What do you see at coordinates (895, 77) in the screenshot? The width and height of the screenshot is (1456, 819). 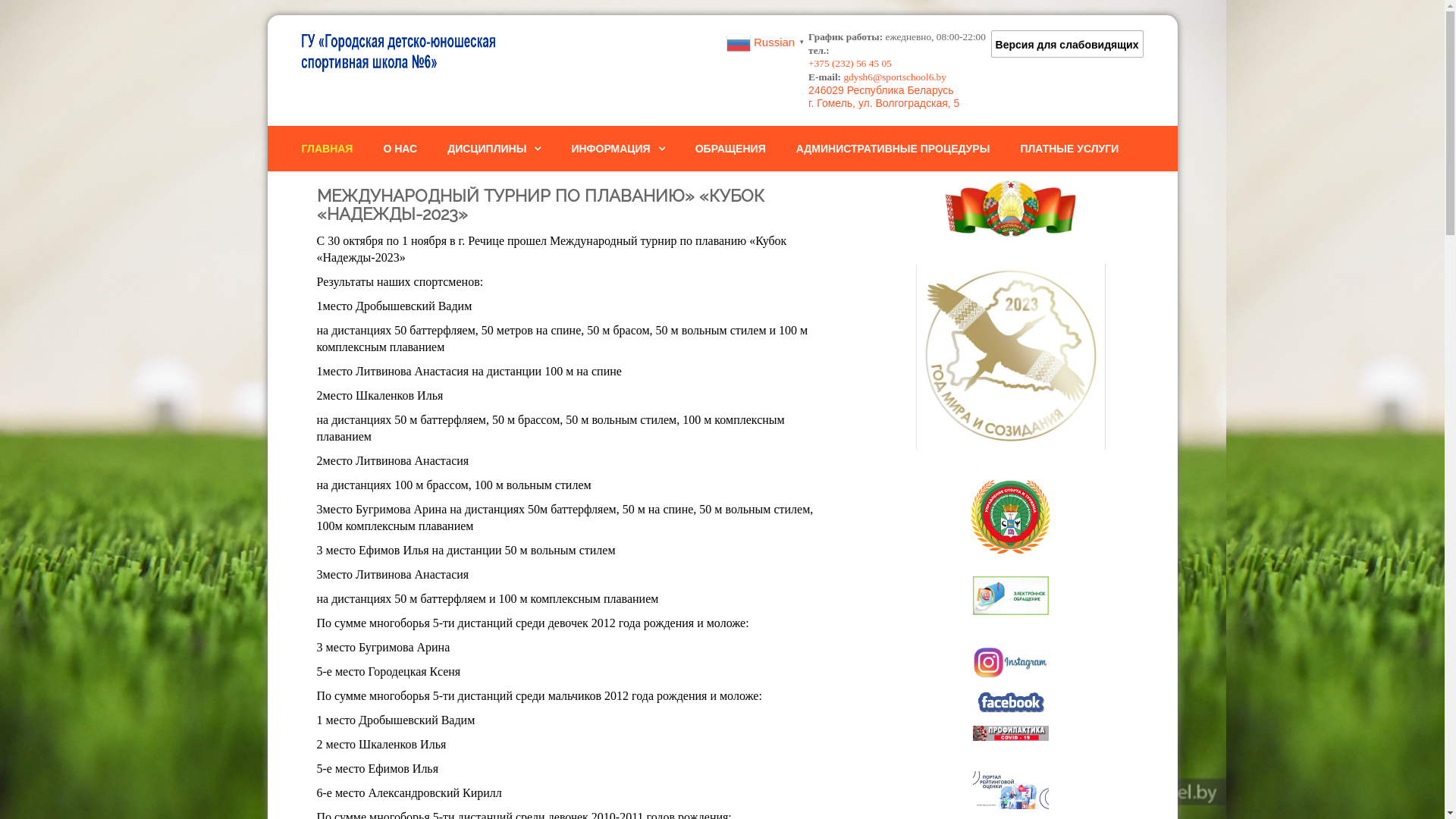 I see `'gdysh6@sportschool6.by'` at bounding box center [895, 77].